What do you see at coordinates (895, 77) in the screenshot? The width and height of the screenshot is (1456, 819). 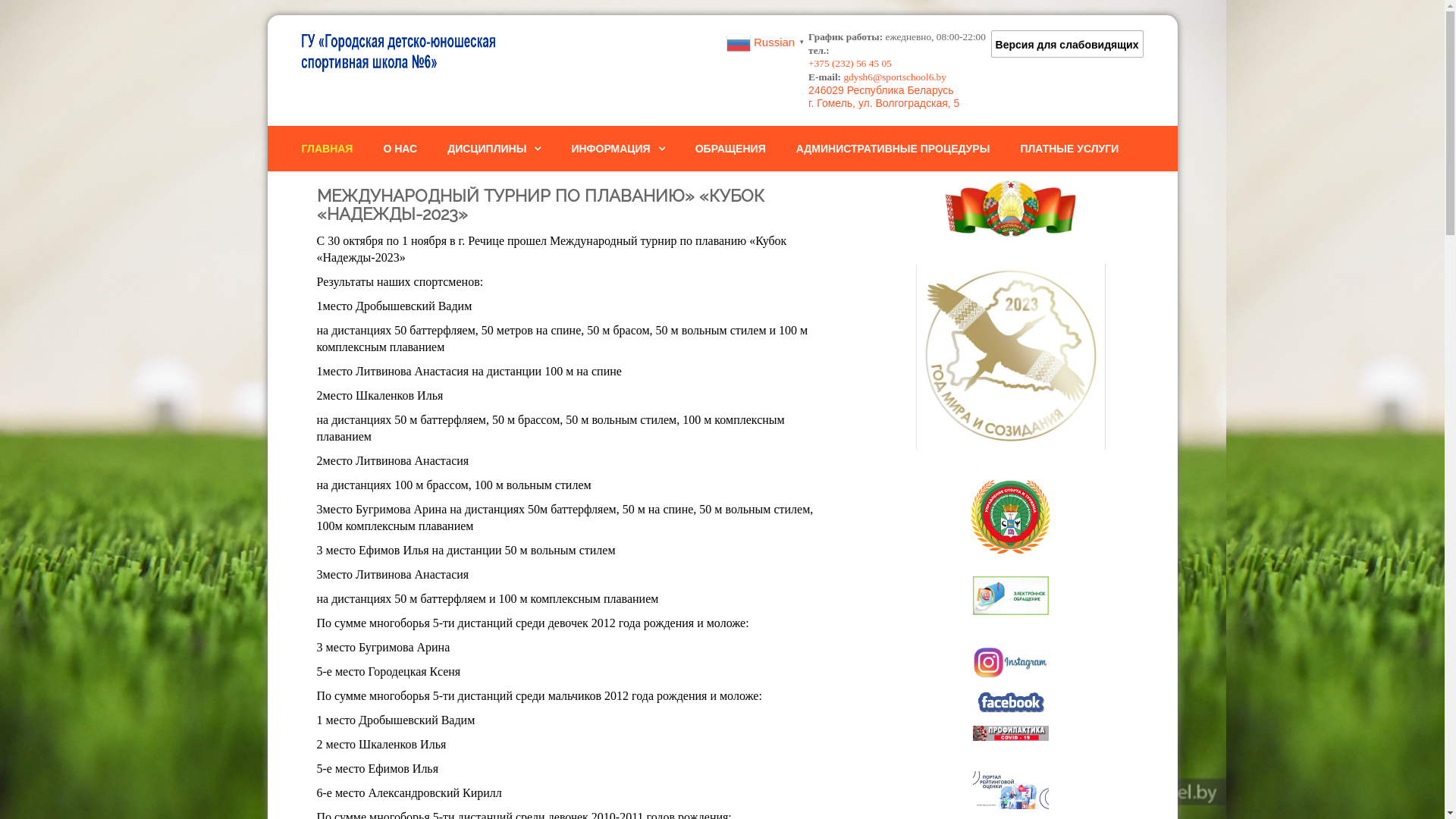 I see `'gdysh6@sportschool6.by'` at bounding box center [895, 77].